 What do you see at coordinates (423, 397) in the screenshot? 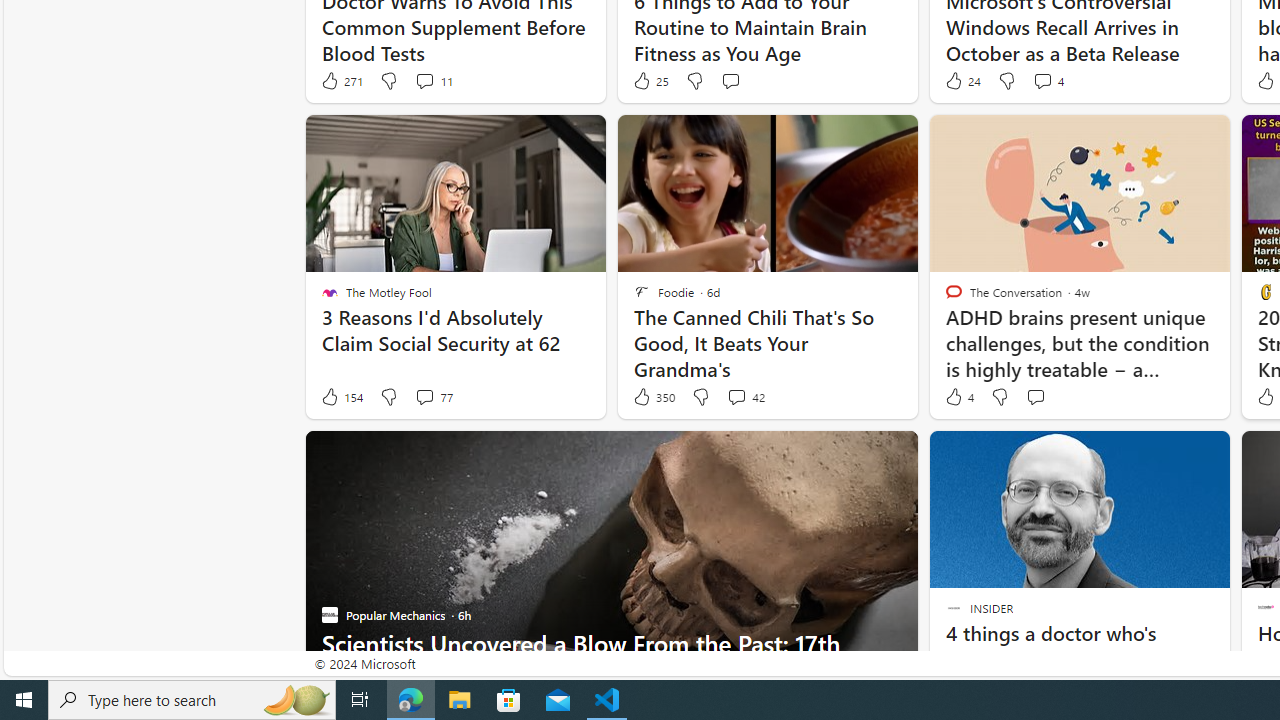
I see `'View comments 77 Comment'` at bounding box center [423, 397].